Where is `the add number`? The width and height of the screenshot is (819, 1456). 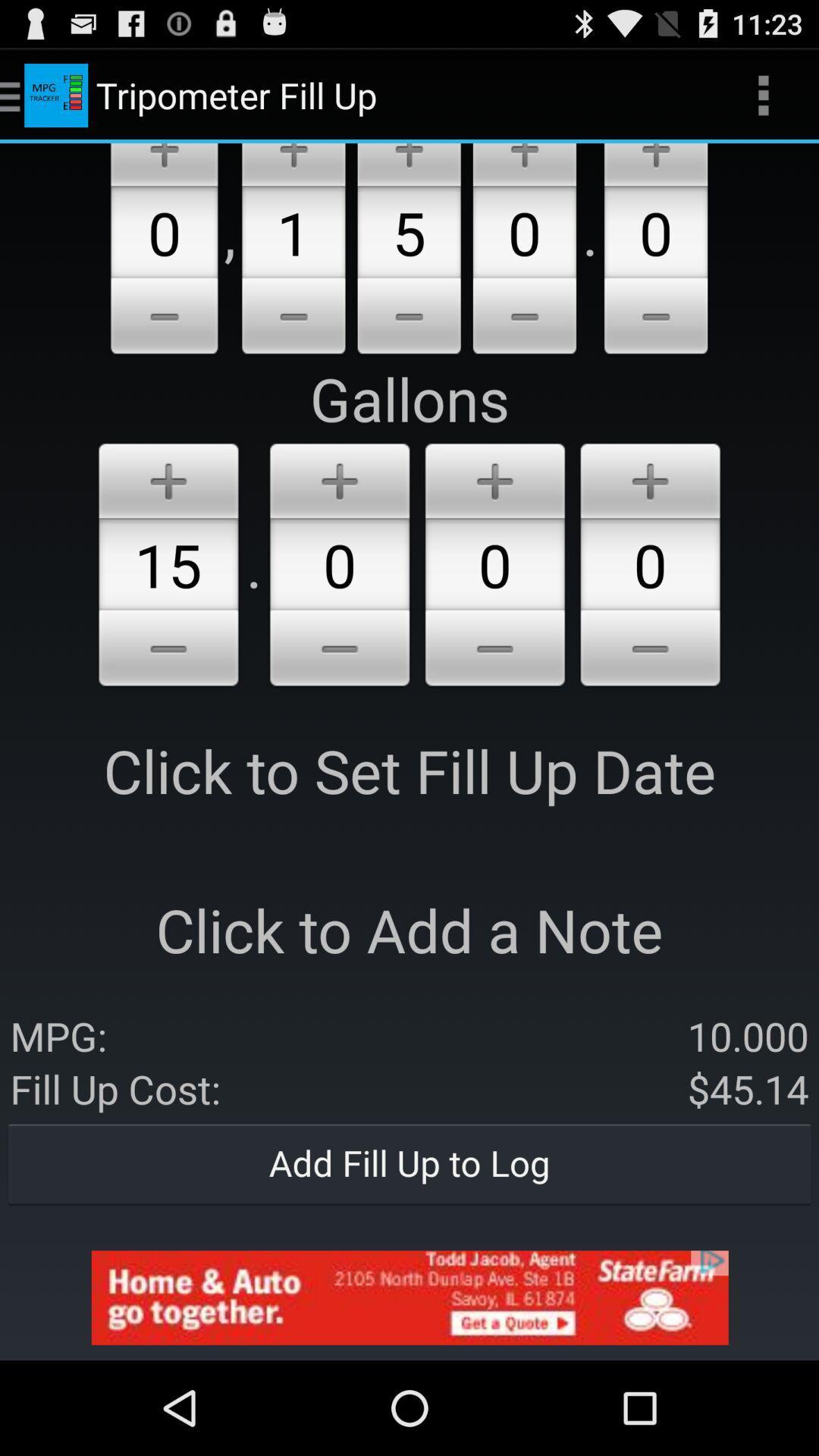
the add number is located at coordinates (494, 477).